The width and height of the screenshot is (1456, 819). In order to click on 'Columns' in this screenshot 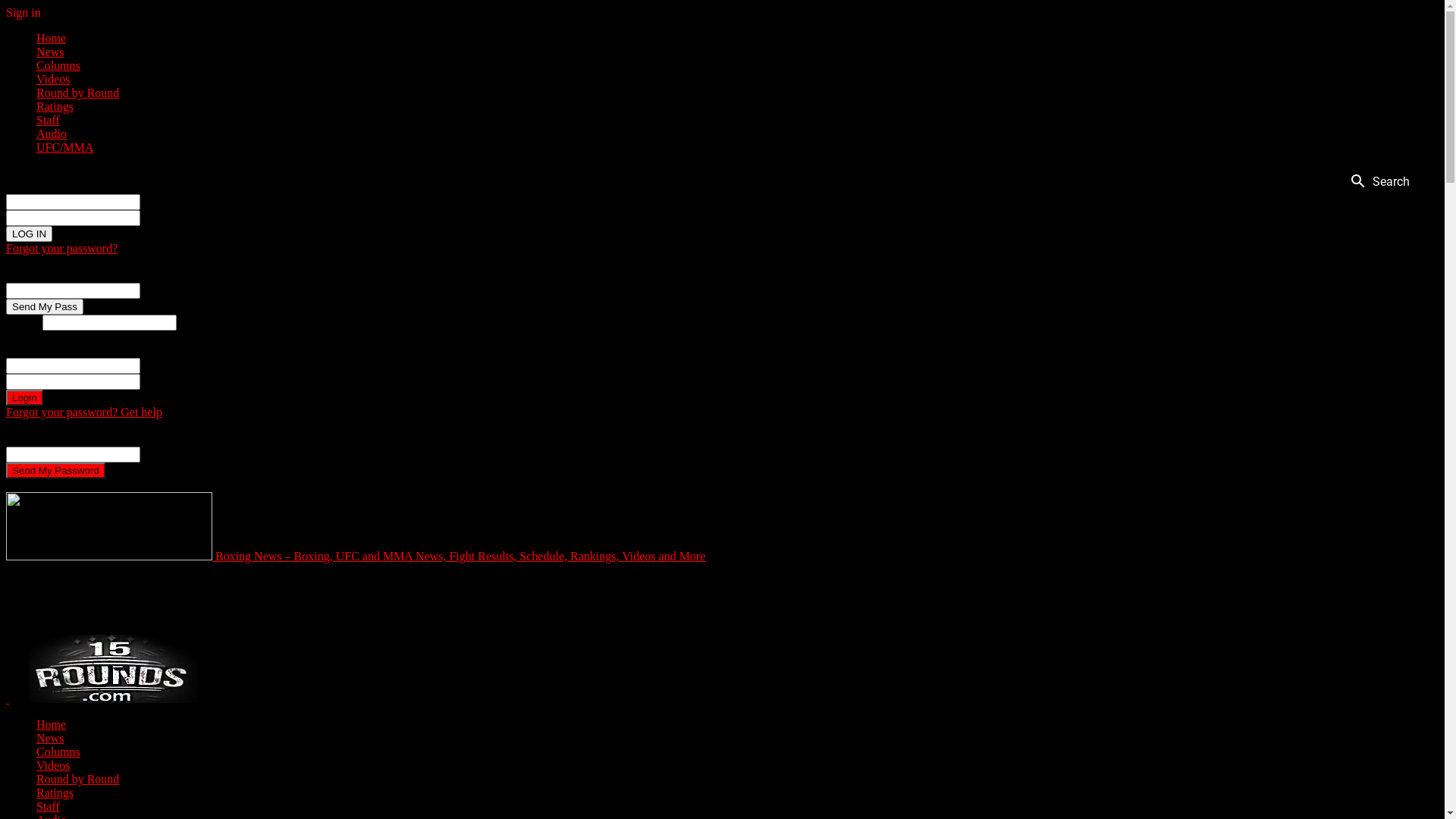, I will do `click(58, 752)`.